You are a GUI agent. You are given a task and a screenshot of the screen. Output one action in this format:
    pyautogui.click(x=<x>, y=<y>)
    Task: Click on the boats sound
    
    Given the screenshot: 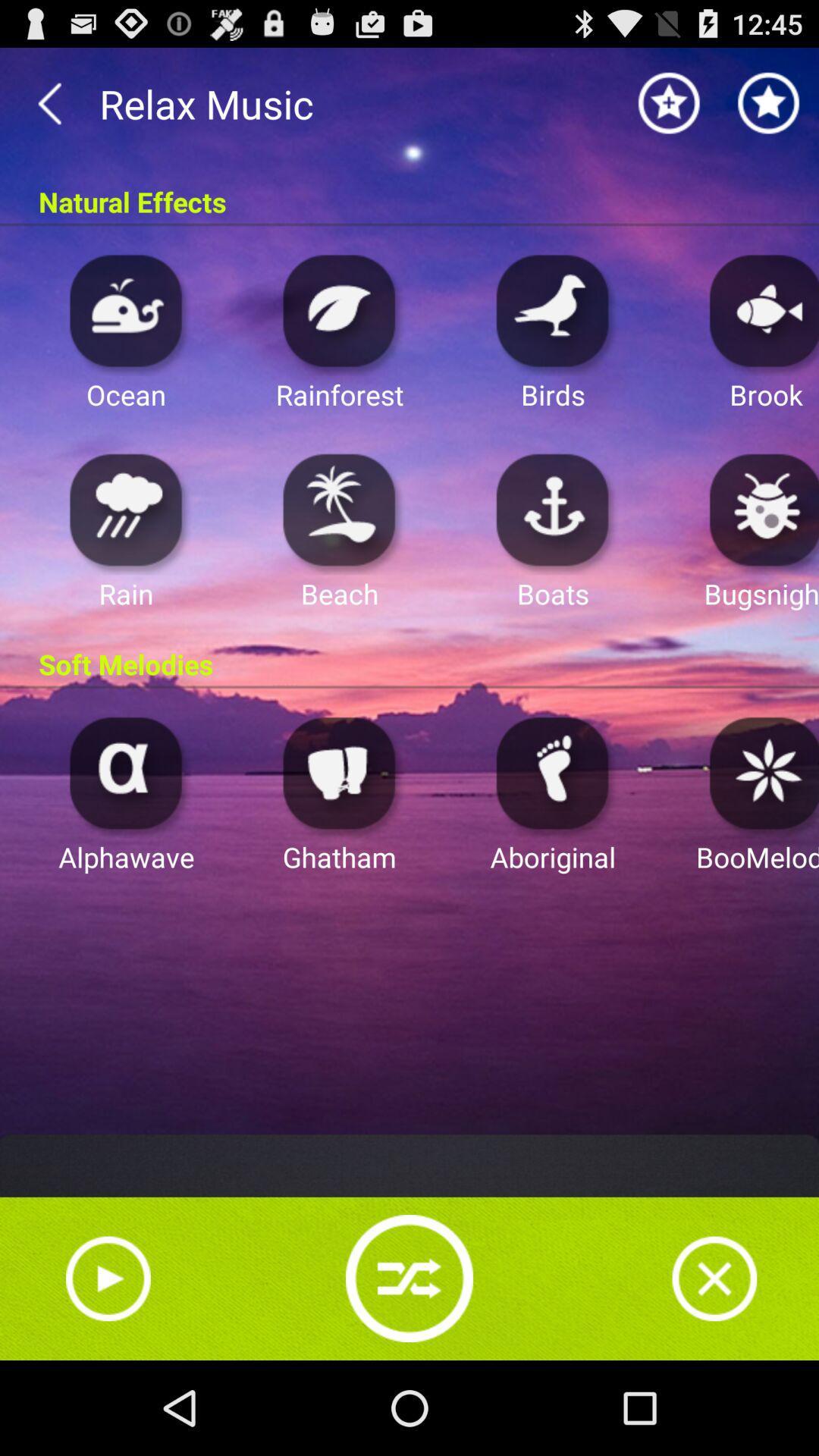 What is the action you would take?
    pyautogui.click(x=553, y=509)
    